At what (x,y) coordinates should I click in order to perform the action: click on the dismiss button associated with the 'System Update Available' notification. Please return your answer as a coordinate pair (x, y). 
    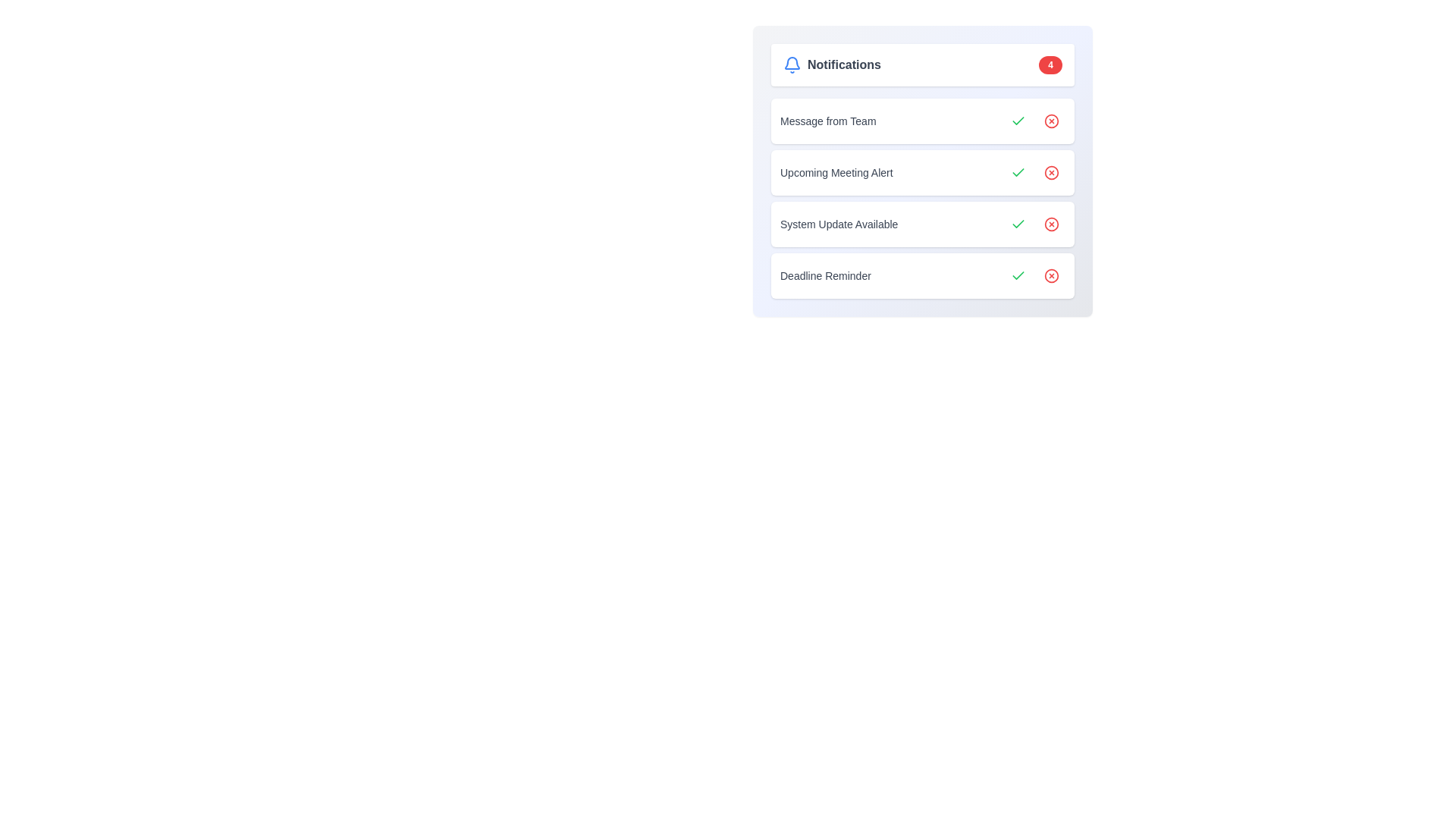
    Looking at the image, I should click on (1051, 224).